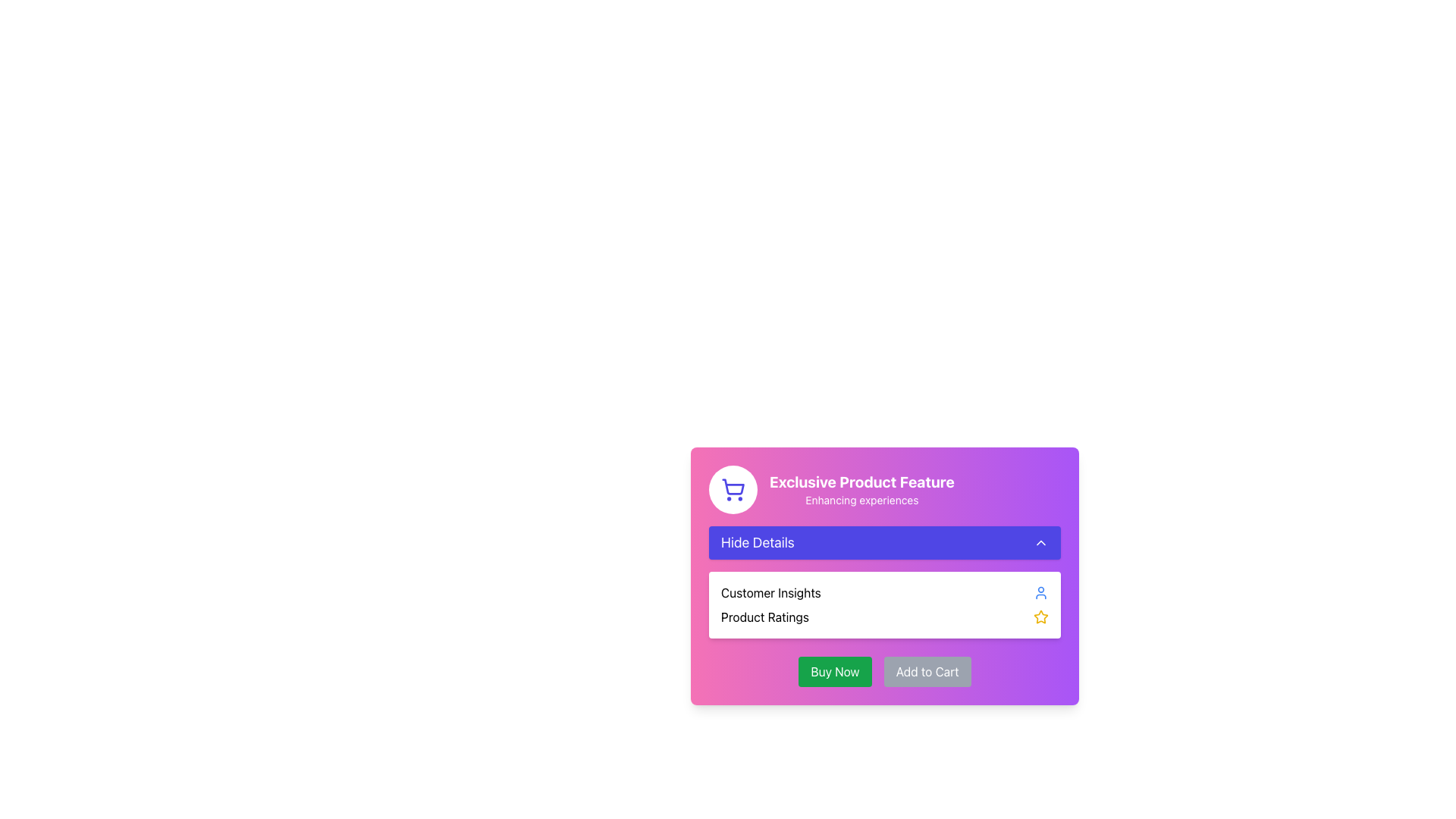  Describe the element at coordinates (927, 671) in the screenshot. I see `the 'Add to Cart' button, which is a rectangular button with rounded corners, light gray background, and white centered text, to observe the hover effect` at that location.